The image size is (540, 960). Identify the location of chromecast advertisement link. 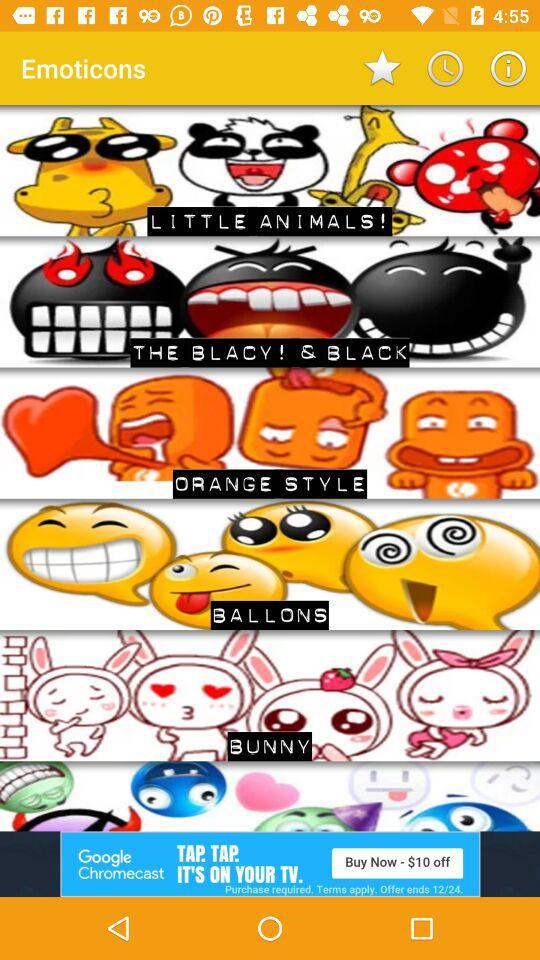
(270, 863).